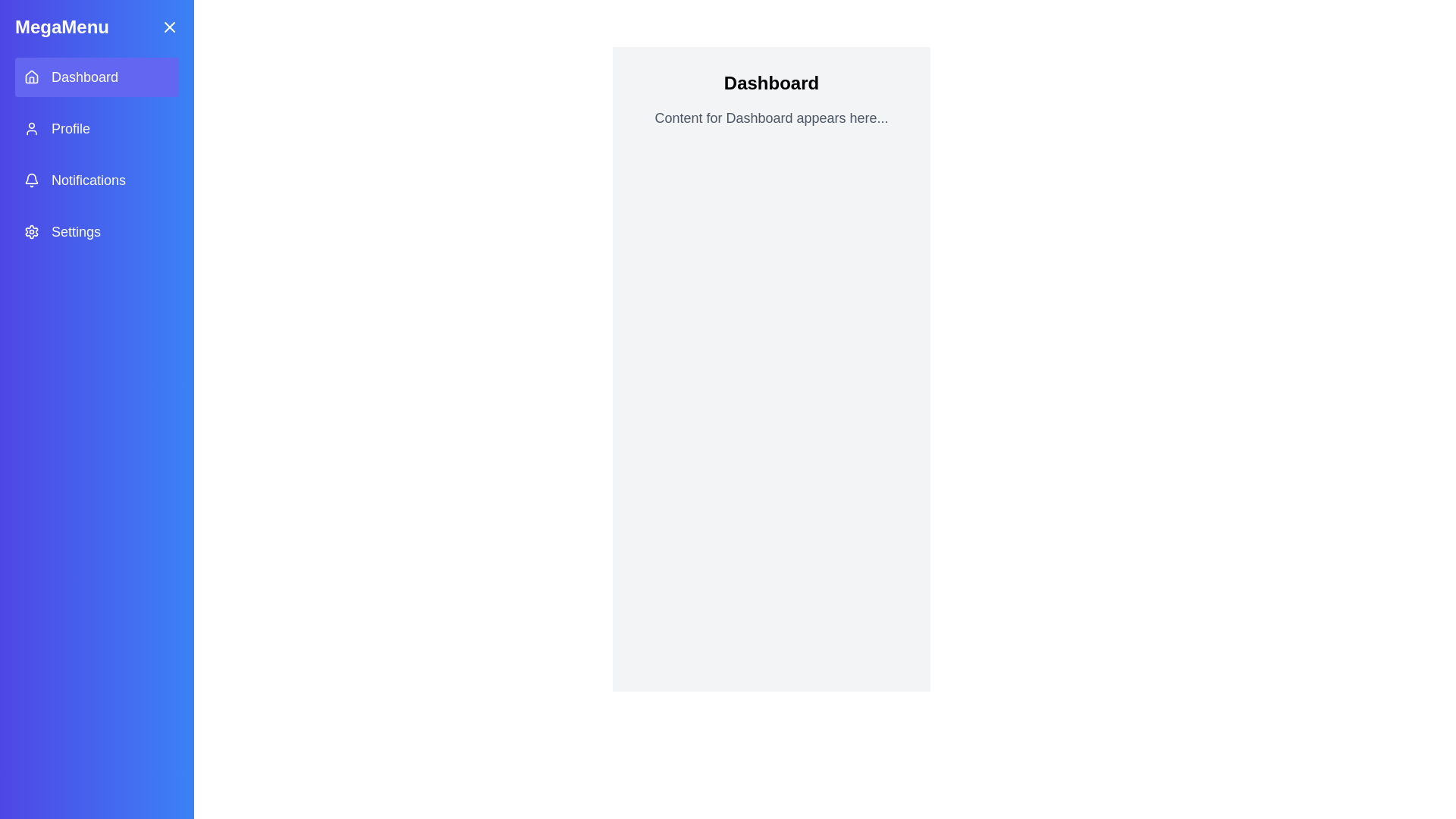 The width and height of the screenshot is (1456, 819). Describe the element at coordinates (32, 76) in the screenshot. I see `the house-shaped icon located in the 'Dashboard' menu item of the side menu, which is to the left of the 'Dashboard' text label` at that location.